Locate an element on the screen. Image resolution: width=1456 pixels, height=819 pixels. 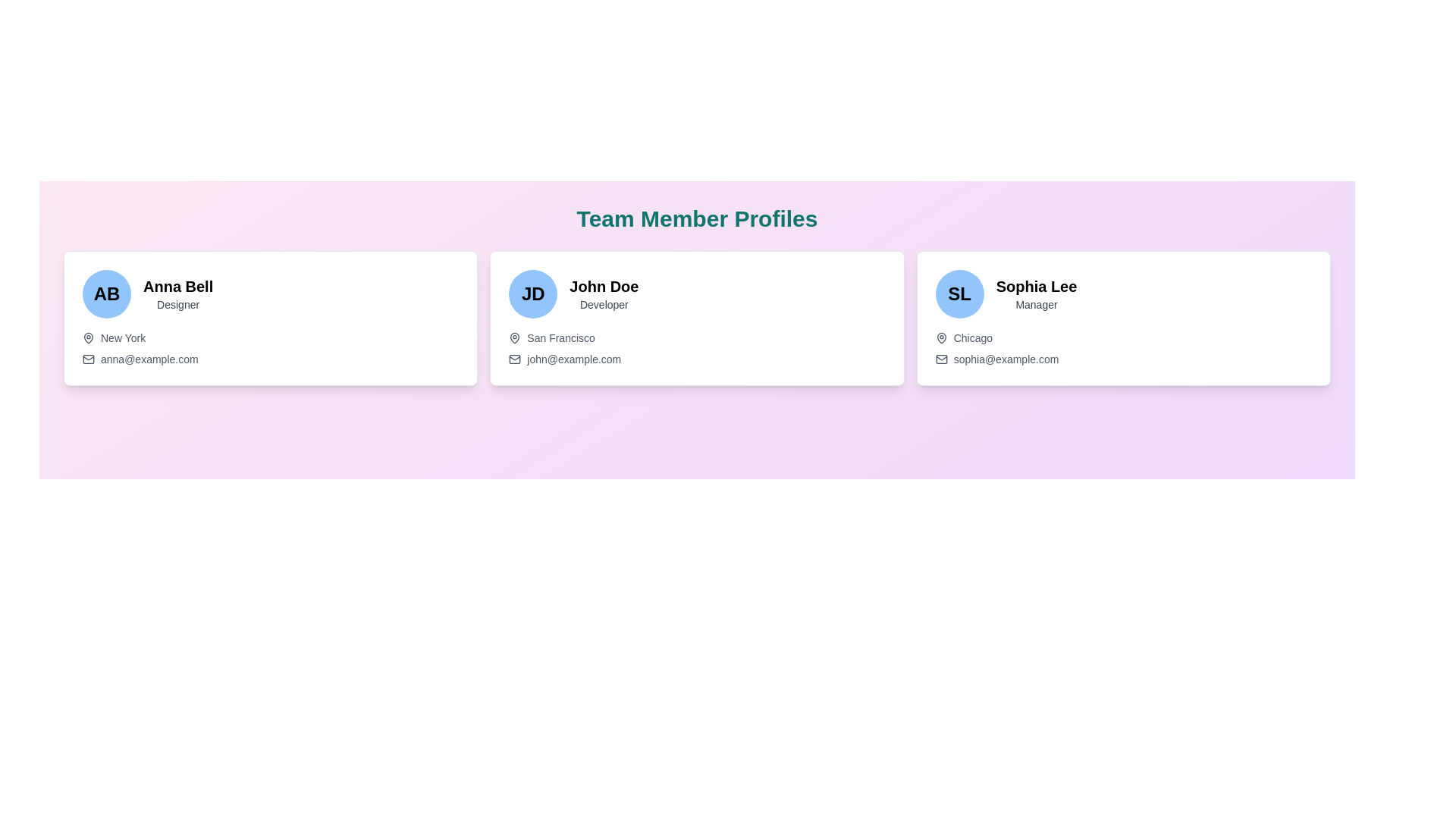
the text element displaying the name 'Anna Bell', which is located below the profile icon 'AB' and above the text 'Designer' in the leftmost card of the team member profiles is located at coordinates (178, 287).